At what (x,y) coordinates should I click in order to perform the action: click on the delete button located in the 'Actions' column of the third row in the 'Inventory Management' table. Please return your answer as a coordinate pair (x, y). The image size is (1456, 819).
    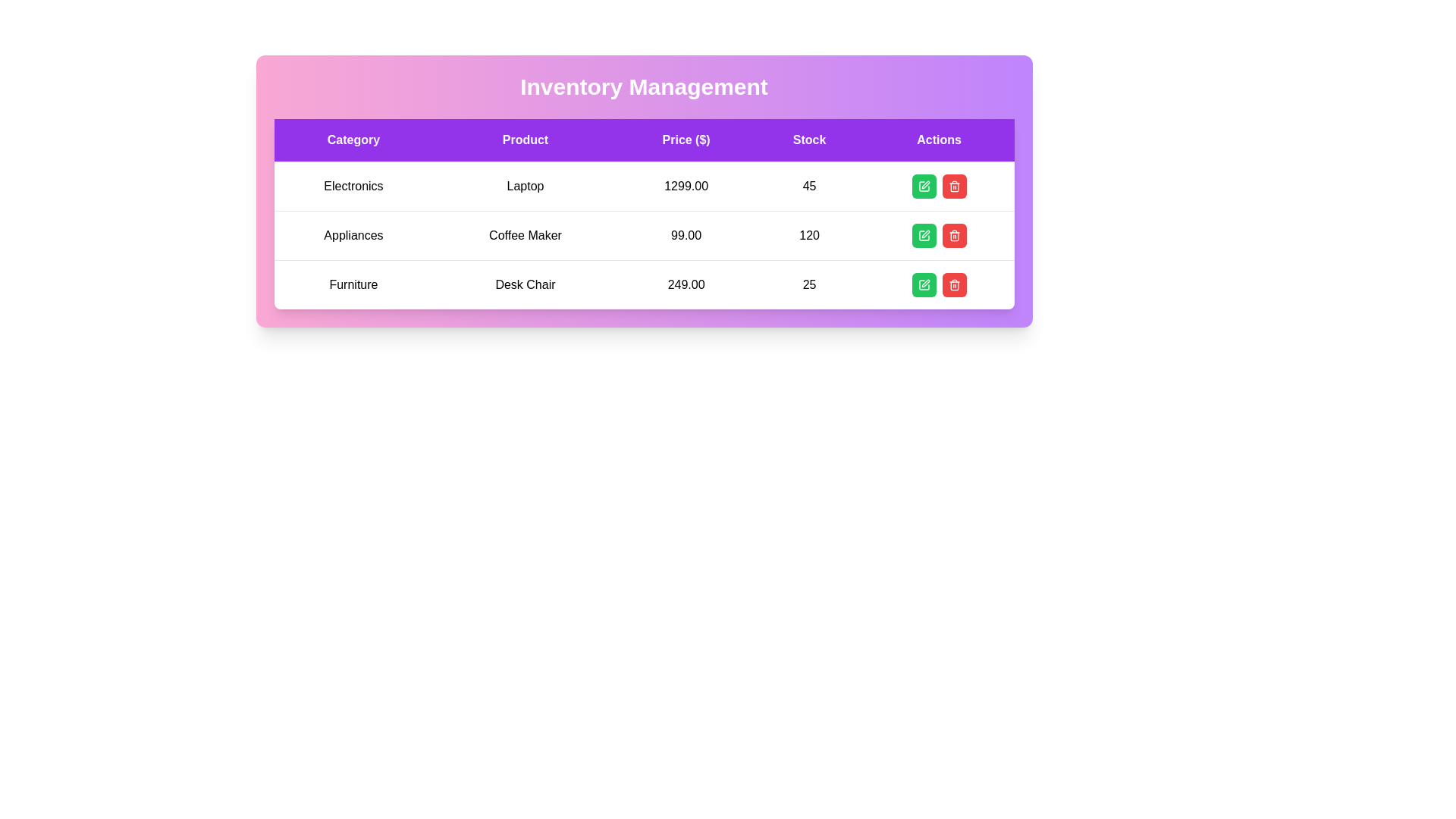
    Looking at the image, I should click on (953, 284).